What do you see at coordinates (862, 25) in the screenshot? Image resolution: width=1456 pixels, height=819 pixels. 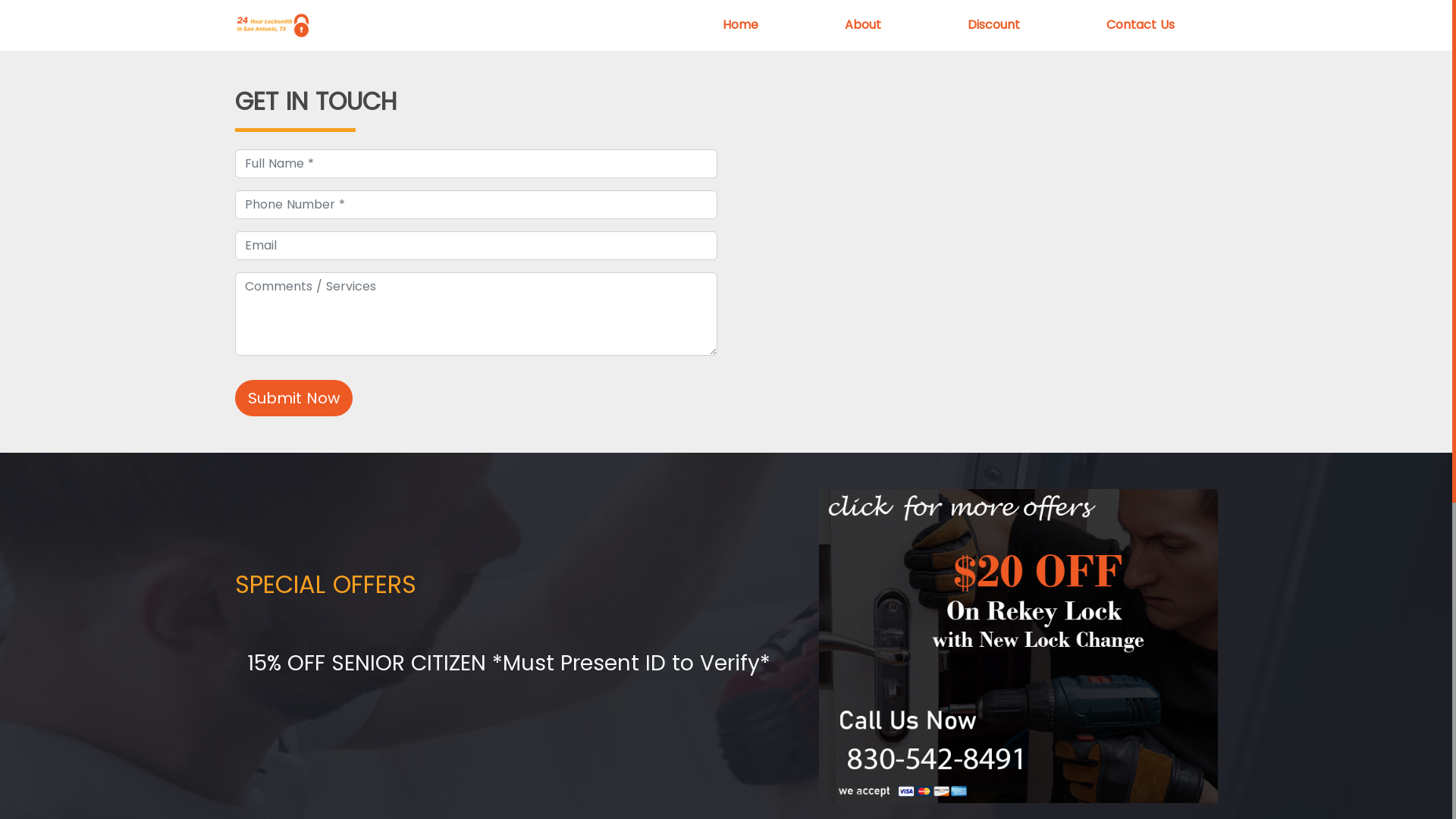 I see `'About'` at bounding box center [862, 25].